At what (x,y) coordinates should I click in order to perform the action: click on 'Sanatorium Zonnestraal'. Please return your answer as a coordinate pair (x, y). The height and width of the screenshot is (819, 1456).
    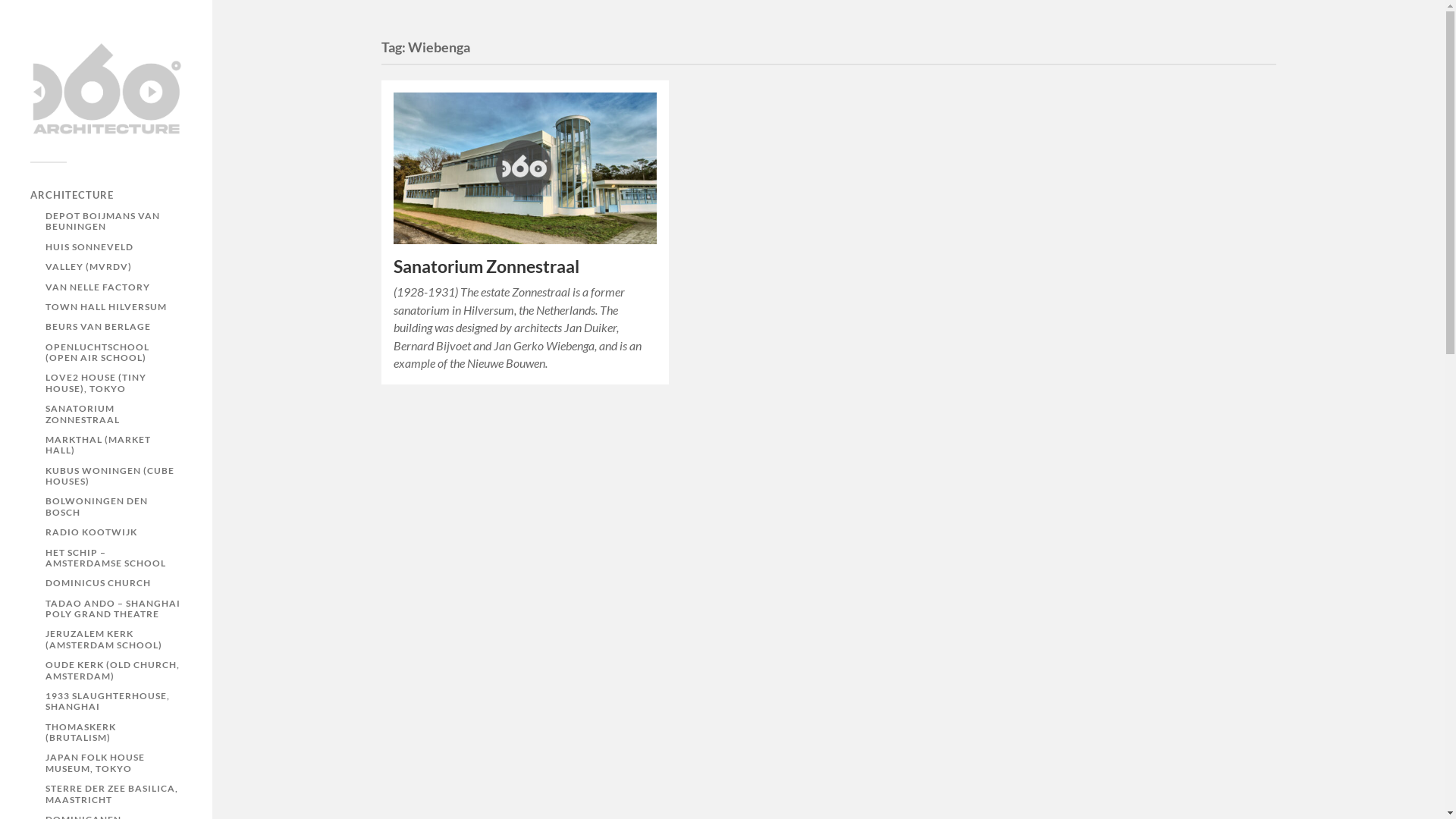
    Looking at the image, I should click on (485, 265).